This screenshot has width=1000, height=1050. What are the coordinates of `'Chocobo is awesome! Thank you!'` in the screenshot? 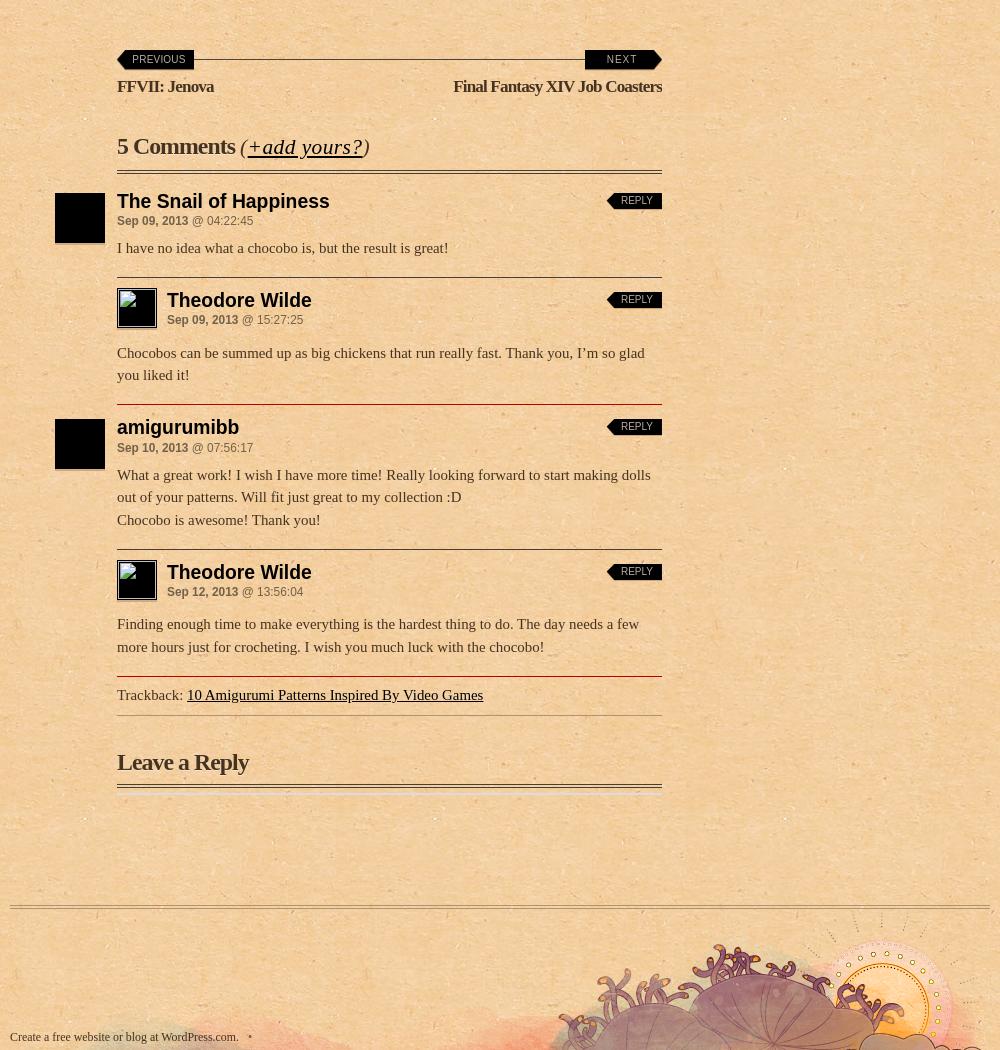 It's located at (217, 512).